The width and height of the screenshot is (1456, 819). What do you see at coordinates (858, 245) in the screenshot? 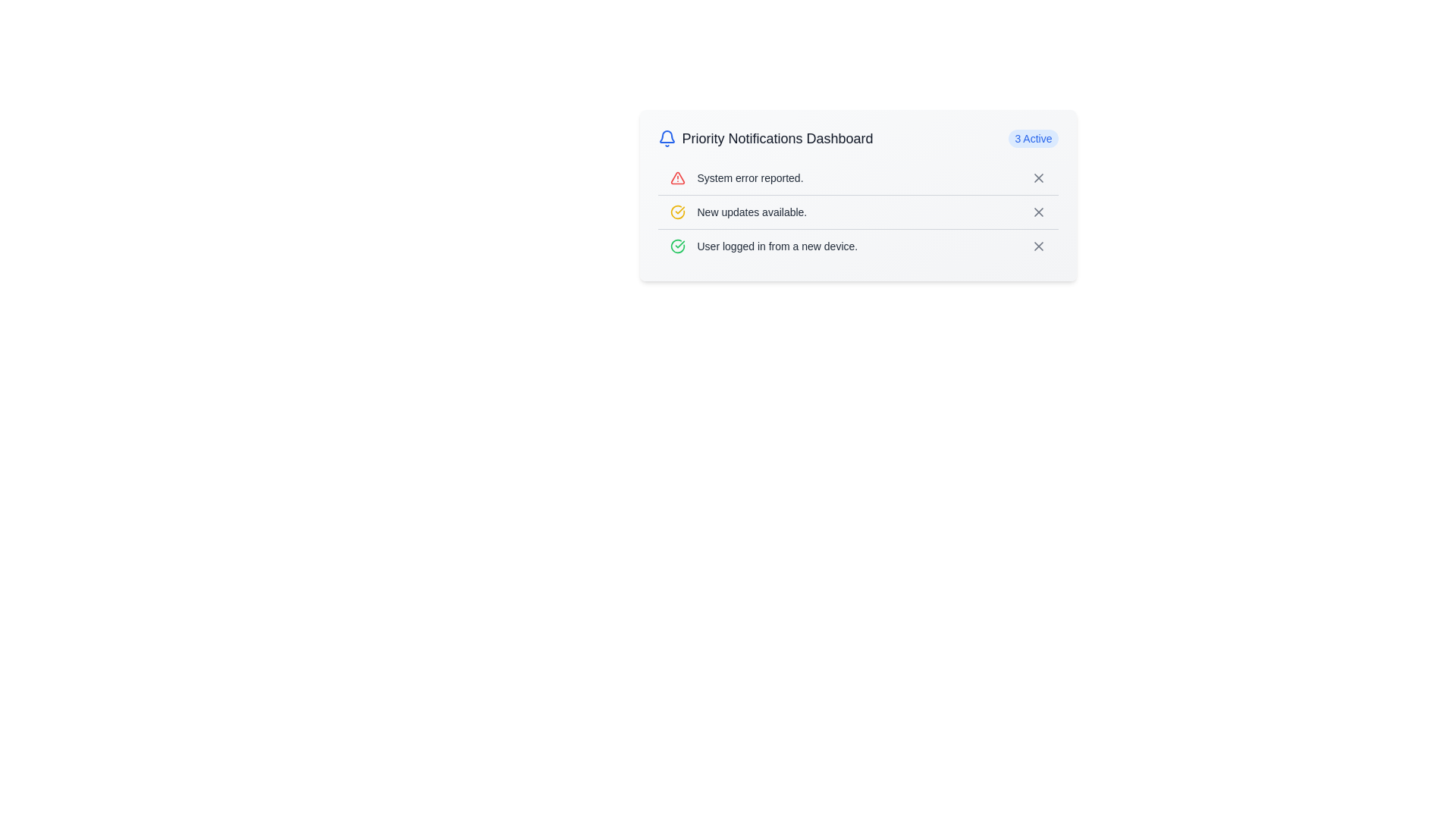
I see `the third notification entry in the 'Priority Notifications Dashboard', which provides information about a security-related event` at bounding box center [858, 245].